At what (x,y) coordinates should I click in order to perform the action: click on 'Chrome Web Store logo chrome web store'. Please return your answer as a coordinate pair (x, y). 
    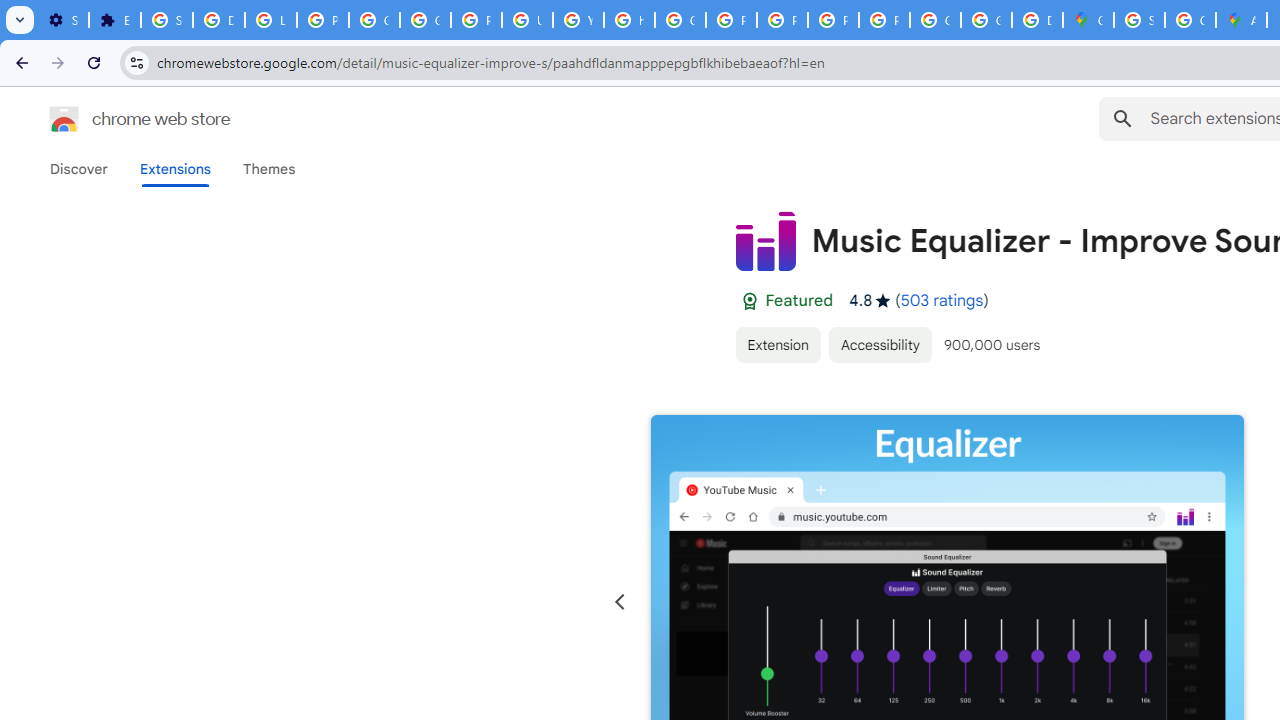
    Looking at the image, I should click on (118, 119).